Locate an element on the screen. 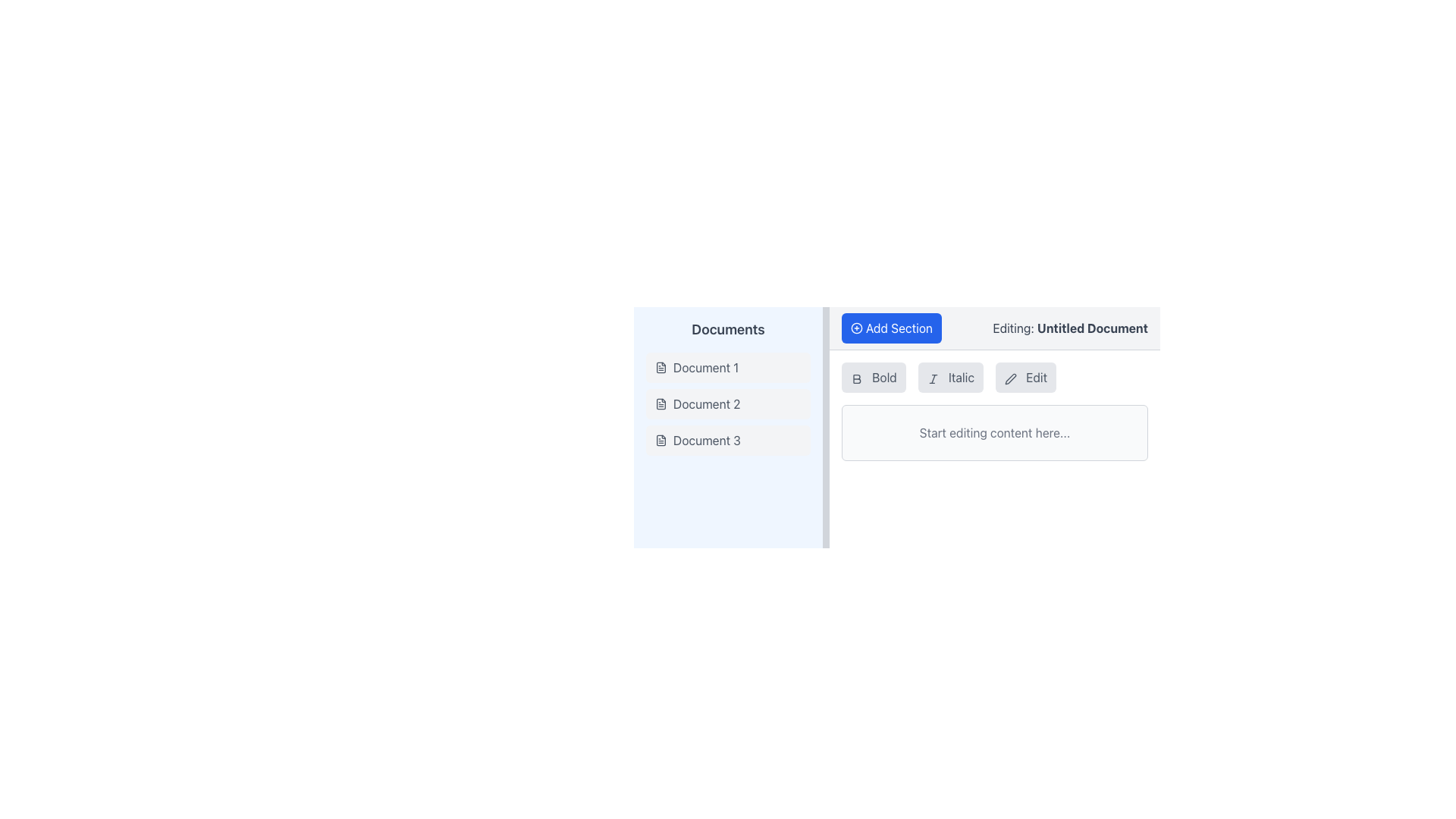  the document icon representing 'Document 2' located in the 'Documents' section of the left panel is located at coordinates (661, 403).